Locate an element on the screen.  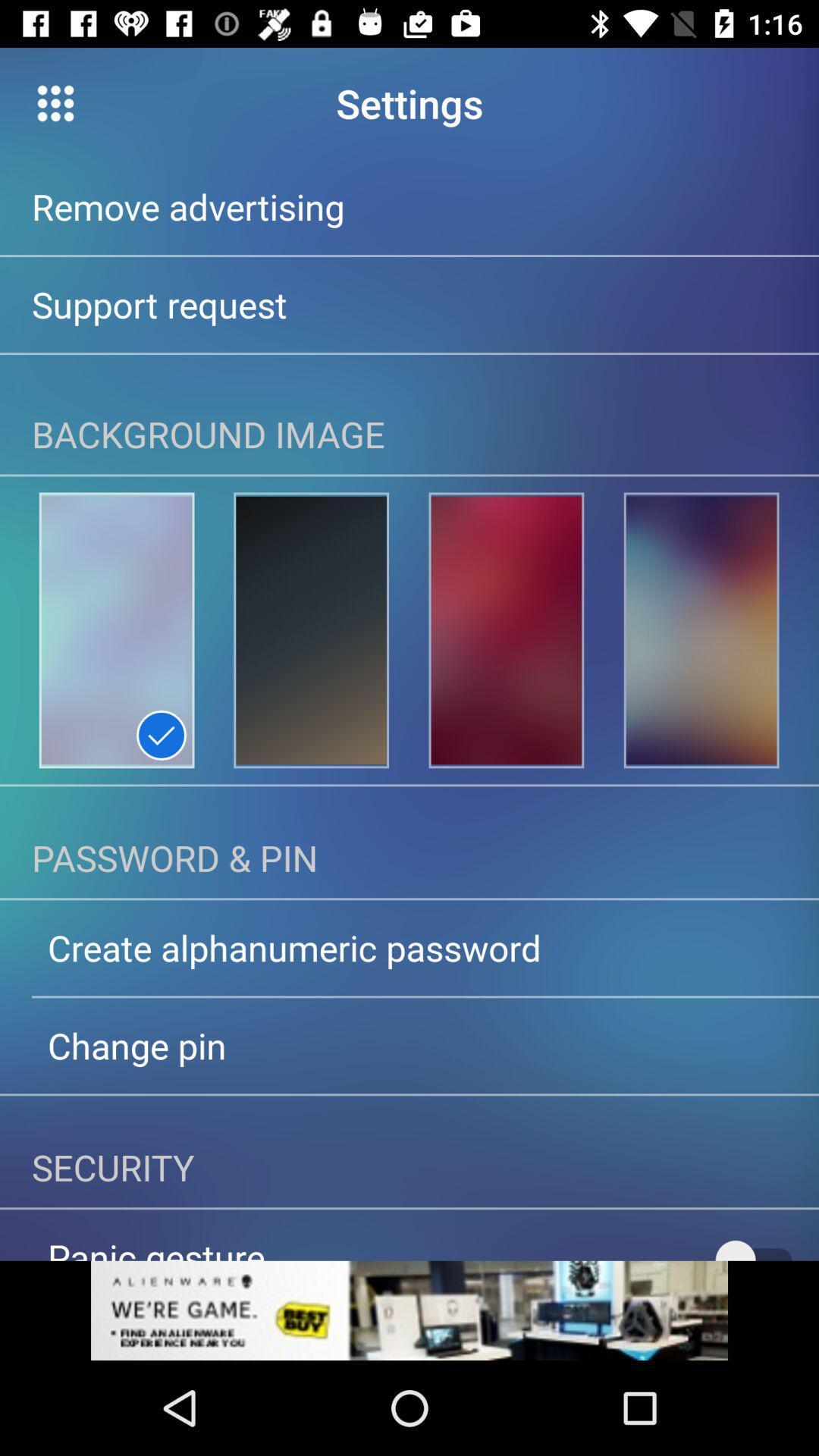
video gallery is located at coordinates (55, 102).